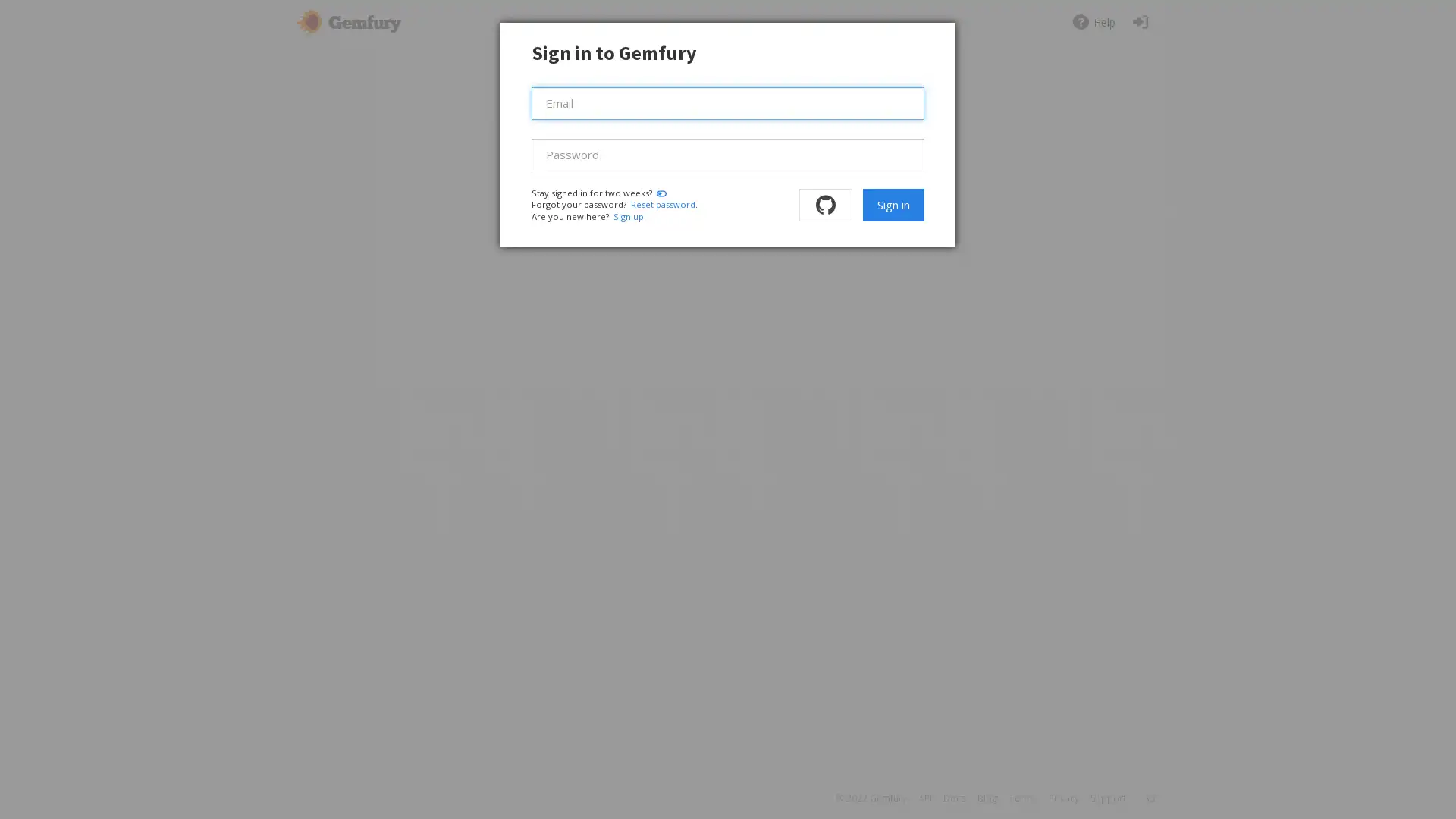 This screenshot has height=819, width=1456. I want to click on Sign in, so click(893, 205).